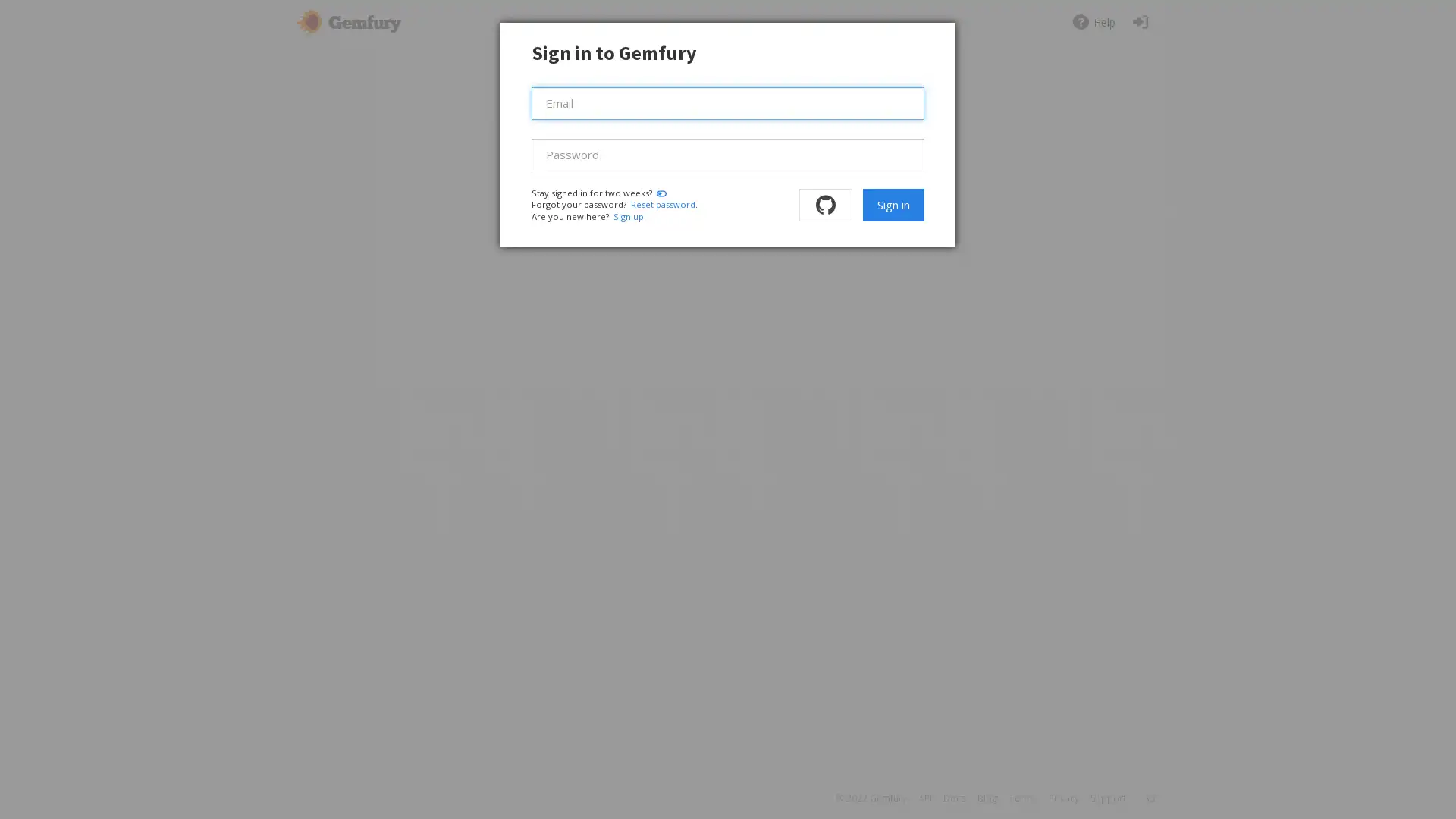 This screenshot has height=819, width=1456. I want to click on Sign in, so click(893, 205).